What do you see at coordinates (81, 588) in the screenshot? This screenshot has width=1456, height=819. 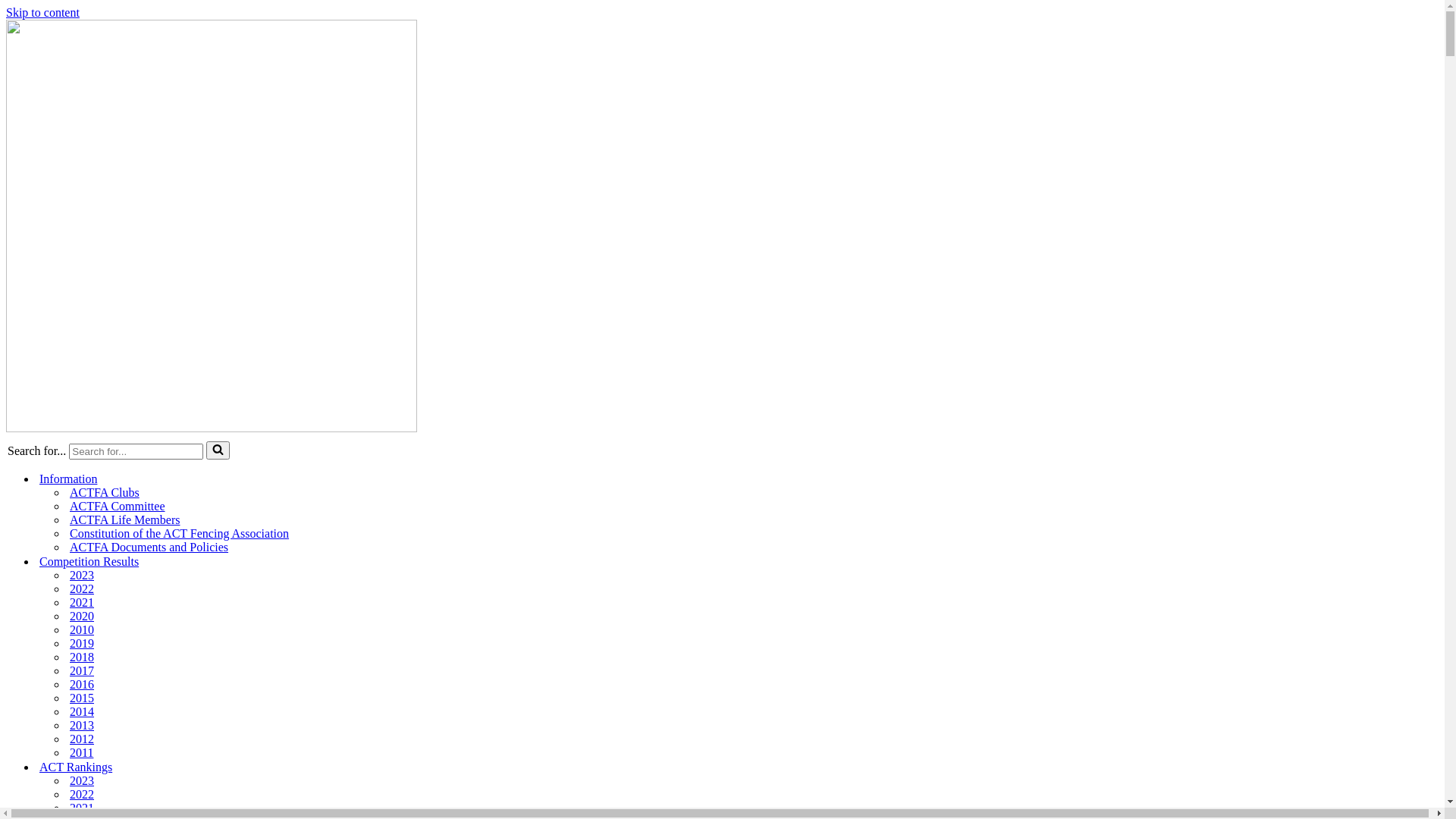 I see `'2022'` at bounding box center [81, 588].